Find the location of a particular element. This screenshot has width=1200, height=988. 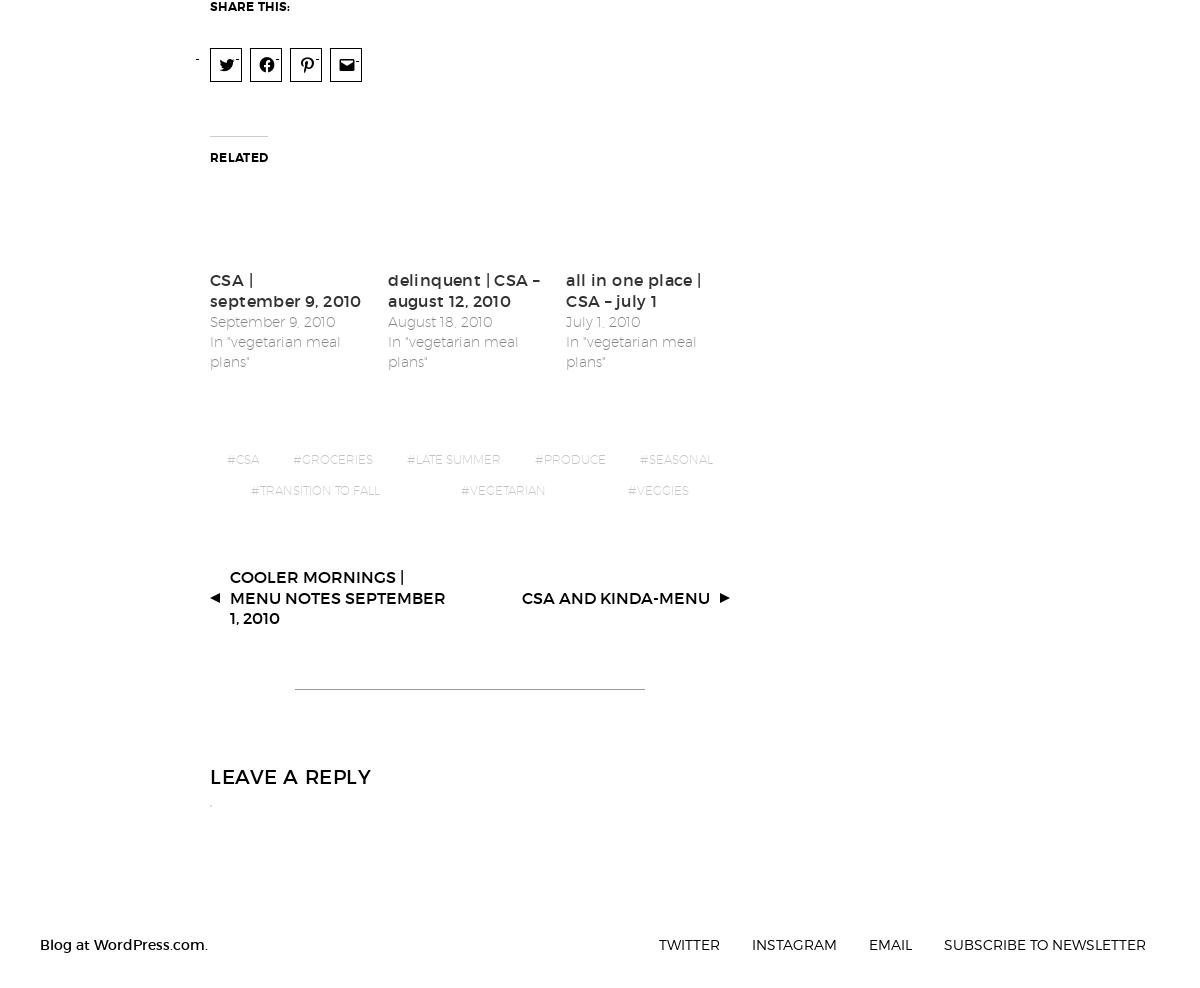

'cooler mornings | menu notes september 1, 2010' is located at coordinates (338, 583).